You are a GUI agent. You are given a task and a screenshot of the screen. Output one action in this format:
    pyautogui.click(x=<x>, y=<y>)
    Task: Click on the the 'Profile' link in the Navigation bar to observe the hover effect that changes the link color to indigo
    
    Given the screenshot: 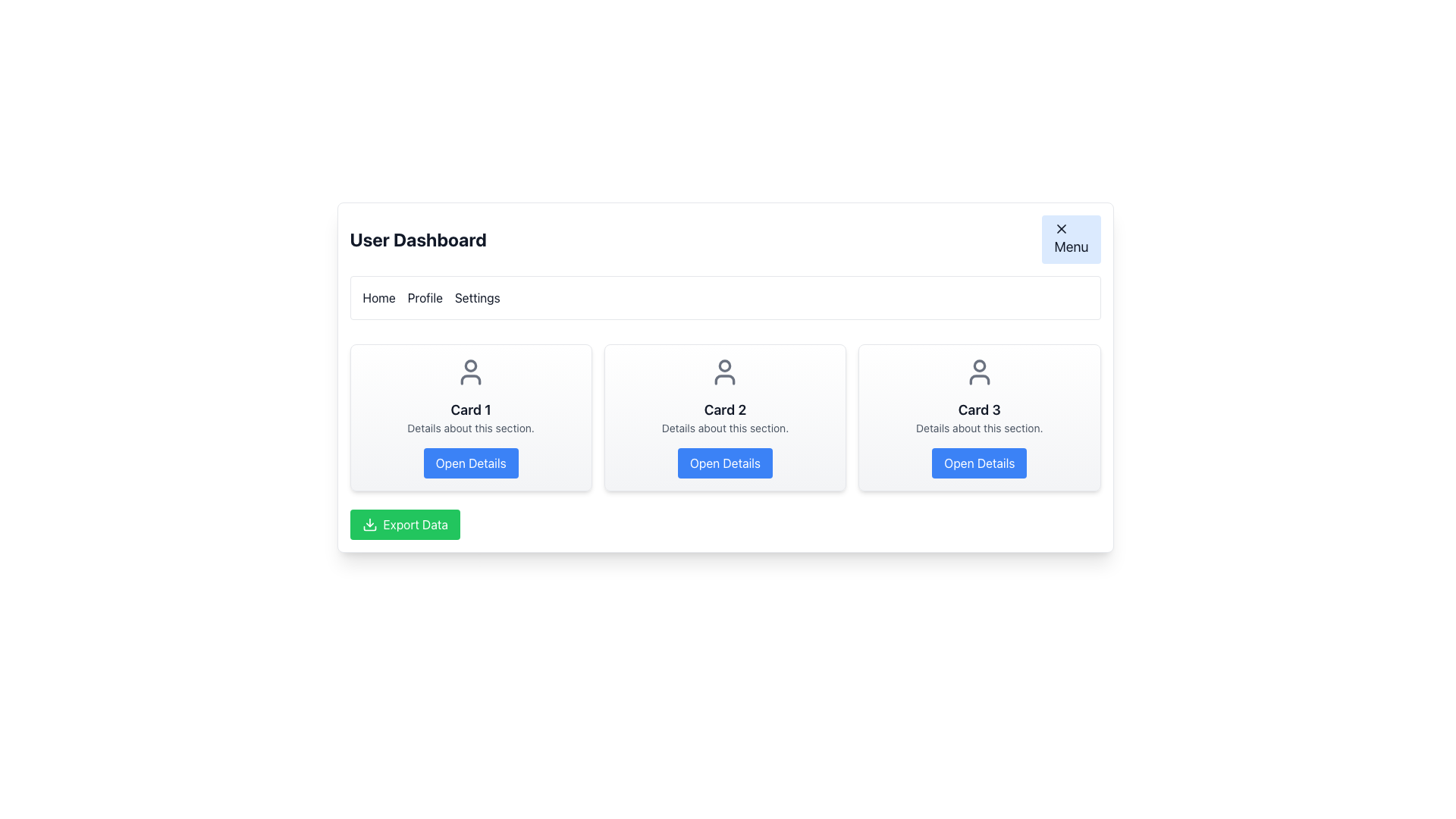 What is the action you would take?
    pyautogui.click(x=724, y=298)
    